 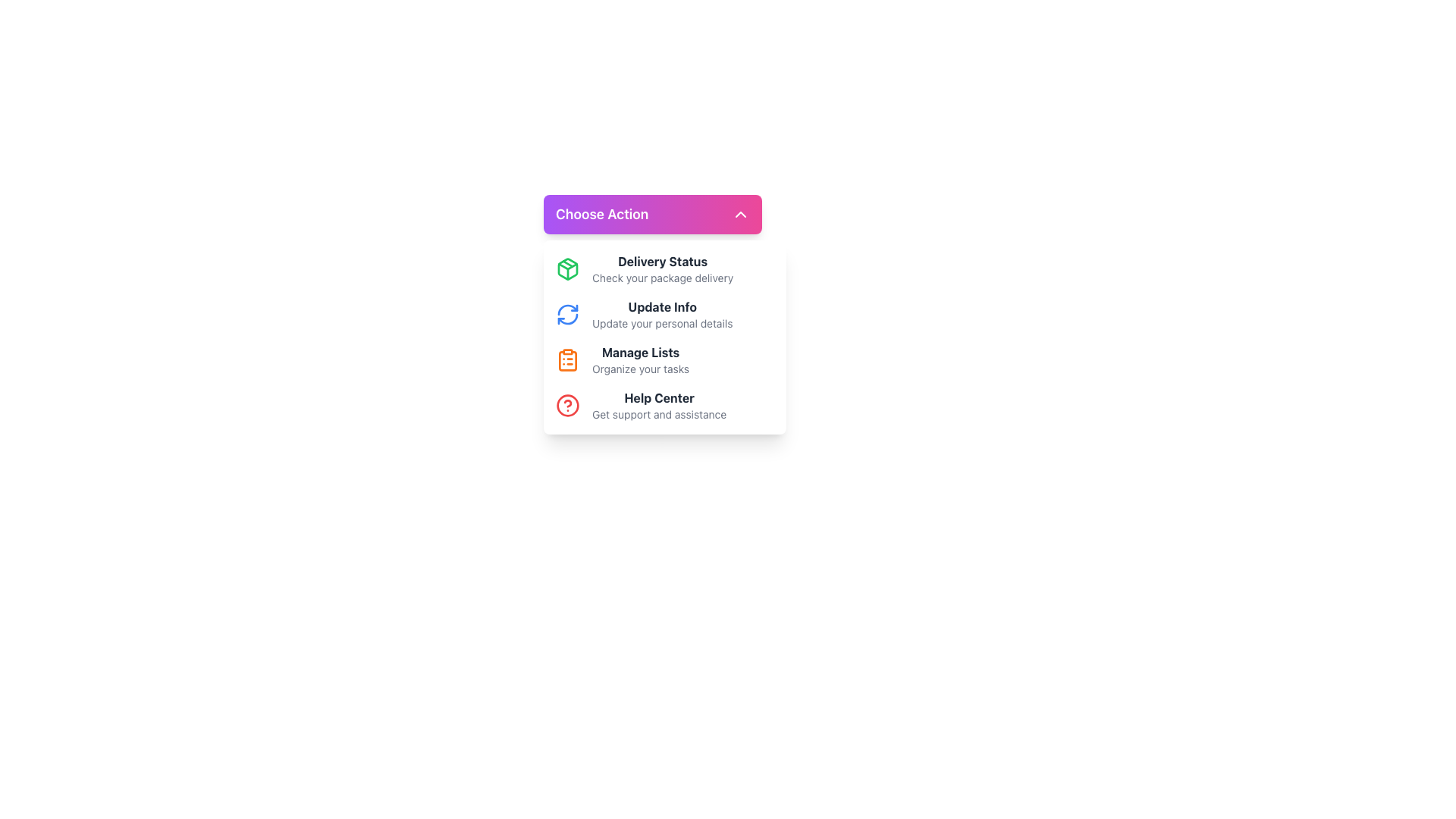 What do you see at coordinates (659, 415) in the screenshot?
I see `descriptive text label located below the 'Help Center' section in the dropdown interface` at bounding box center [659, 415].